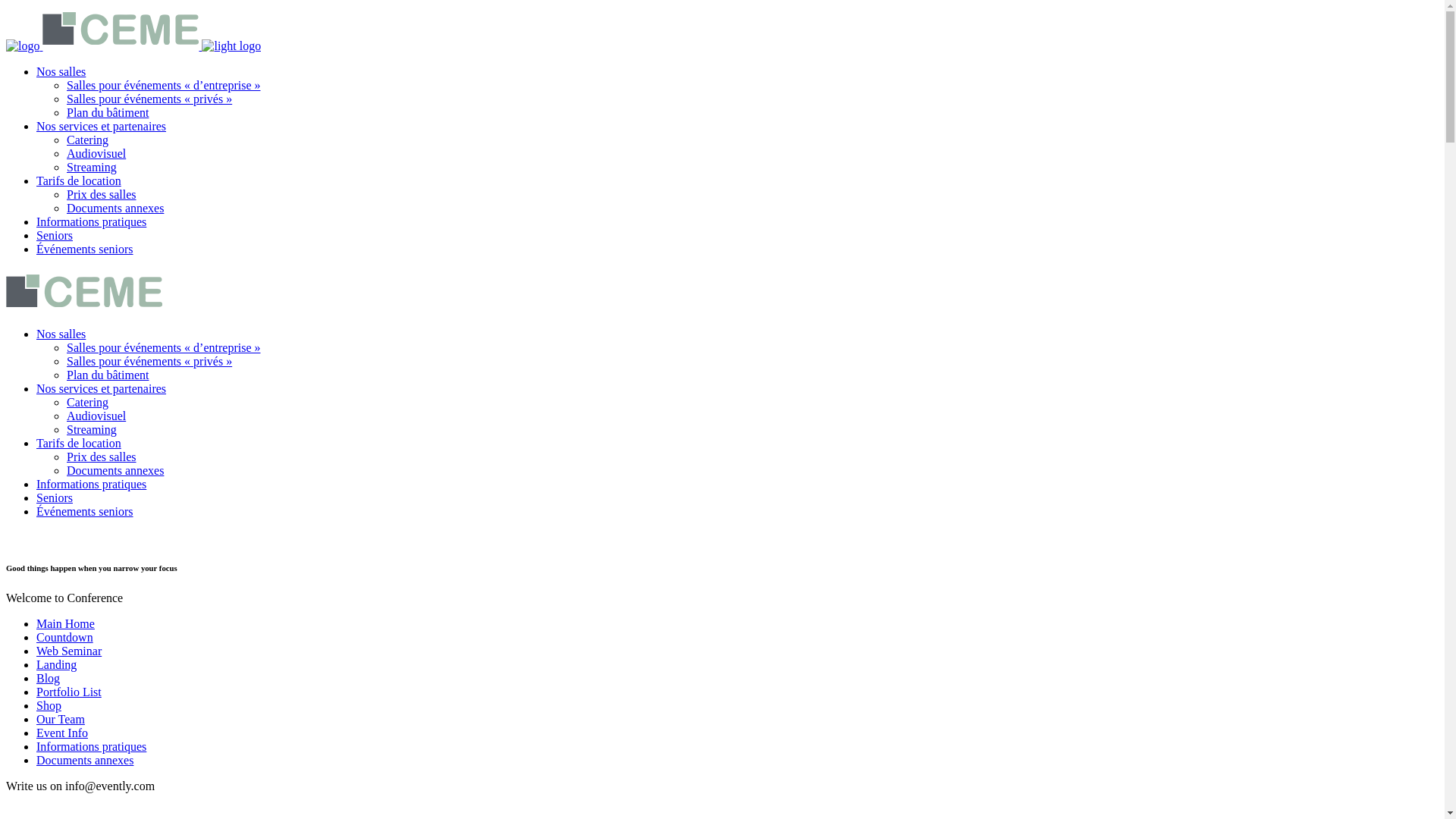 The image size is (1456, 819). Describe the element at coordinates (90, 745) in the screenshot. I see `'Informations pratiques'` at that location.